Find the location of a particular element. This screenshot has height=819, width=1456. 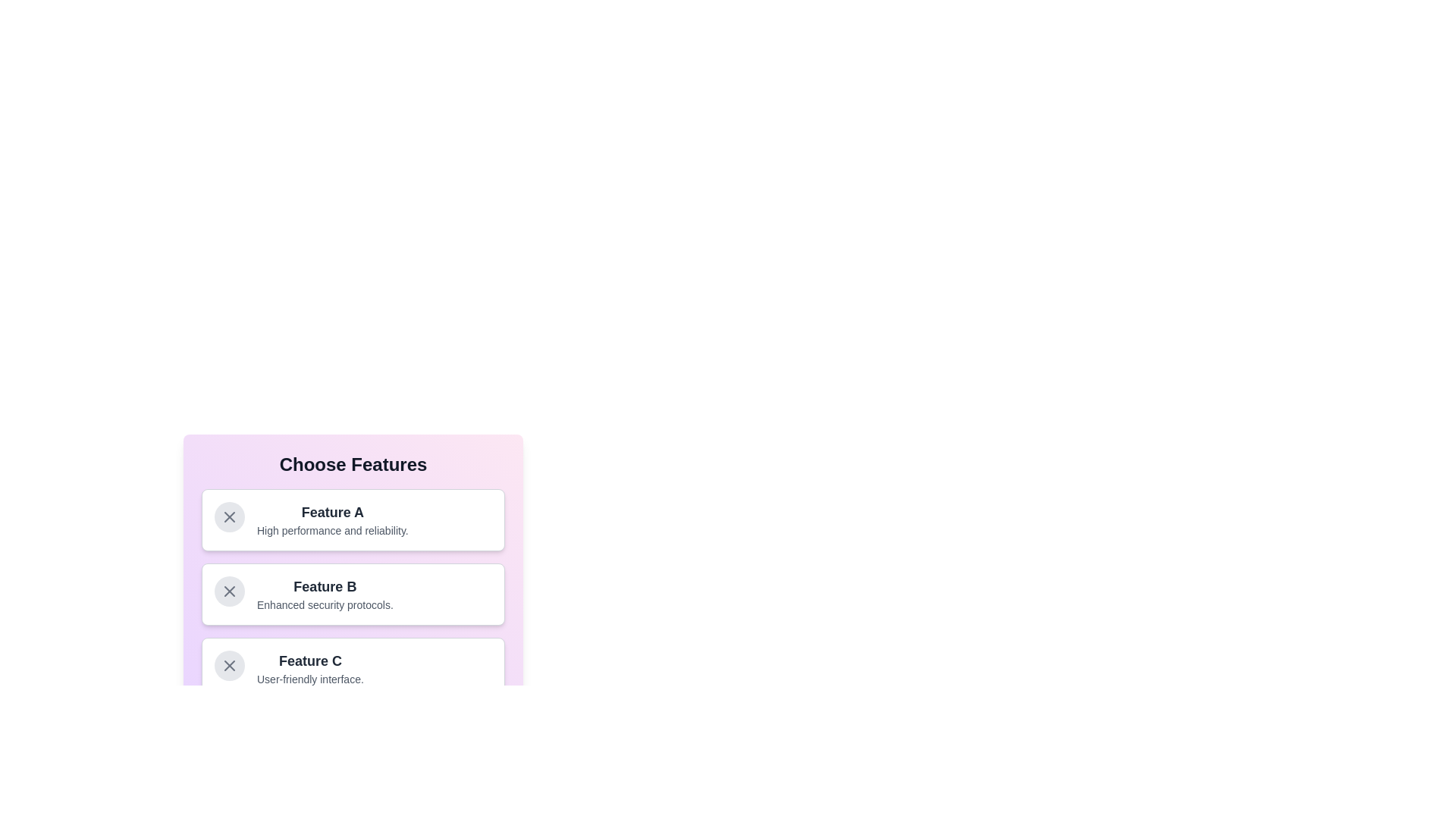

the close icon located inside the circular component of the 'Feature C' option block is located at coordinates (228, 665).